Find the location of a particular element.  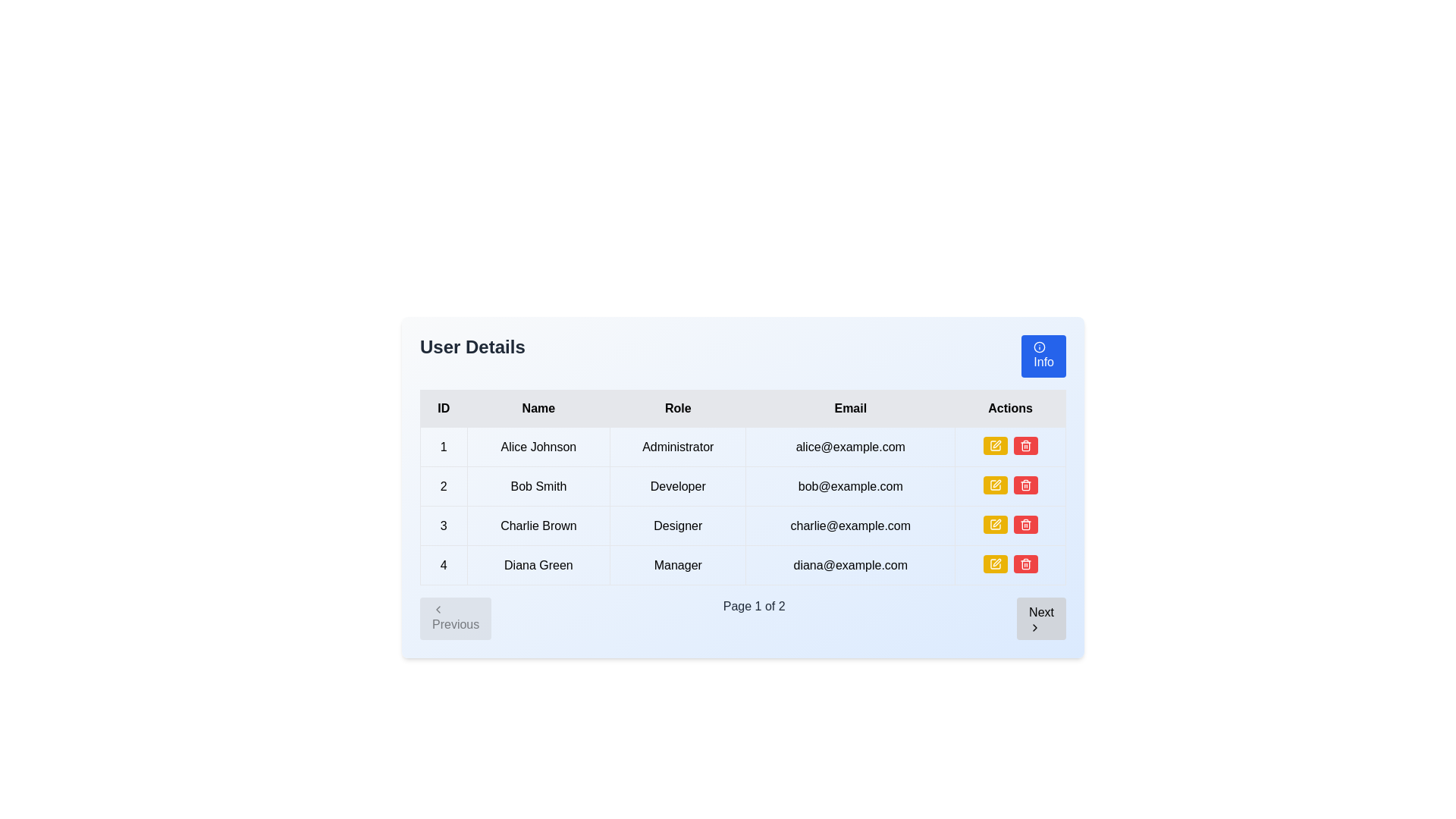

the text label indicating the role or position associated with 'Diana Green', located in the 'Role' column of the fourth row in the table is located at coordinates (677, 565).